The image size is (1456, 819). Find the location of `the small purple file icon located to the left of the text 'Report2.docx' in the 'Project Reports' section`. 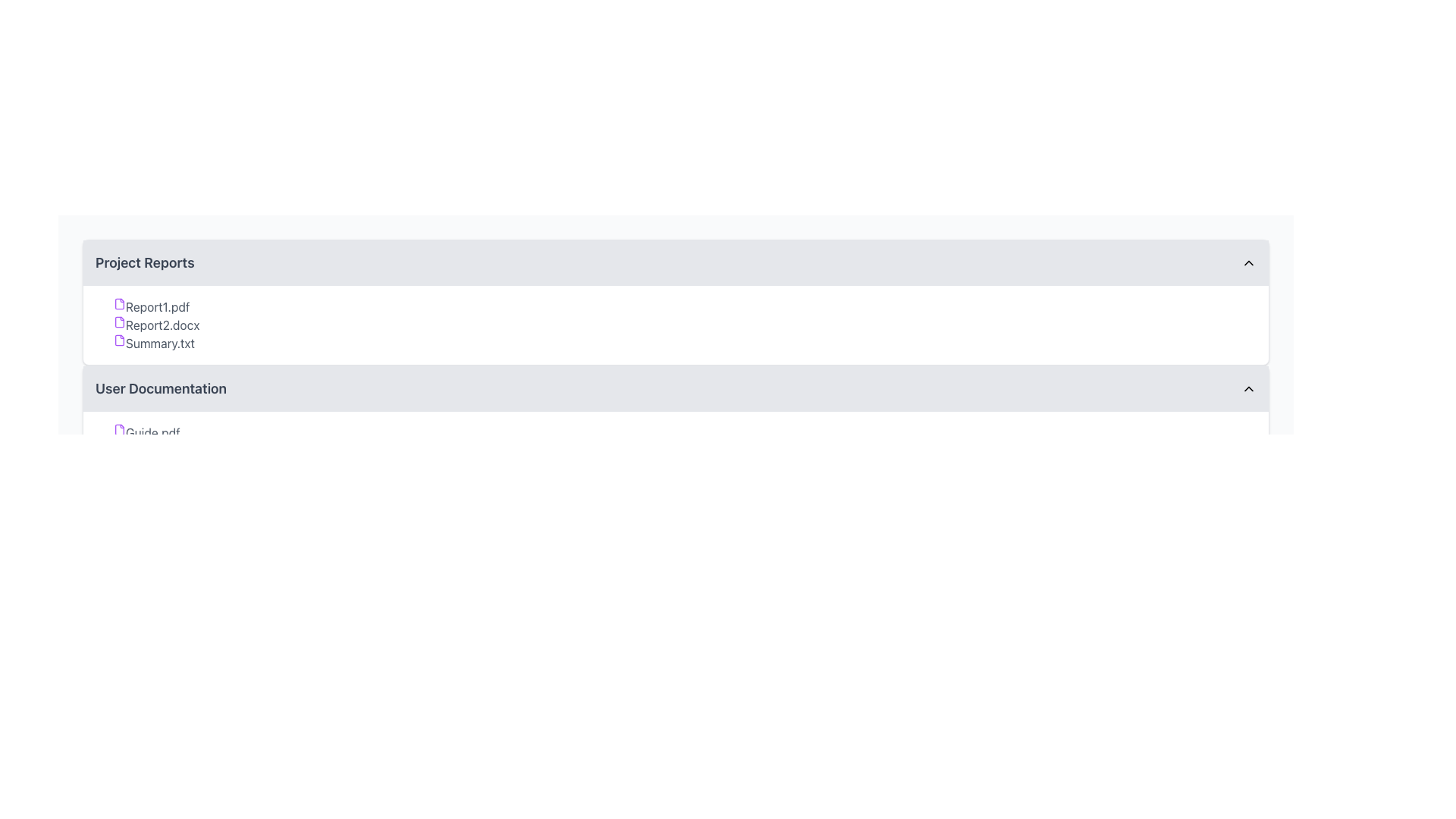

the small purple file icon located to the left of the text 'Report2.docx' in the 'Project Reports' section is located at coordinates (119, 321).